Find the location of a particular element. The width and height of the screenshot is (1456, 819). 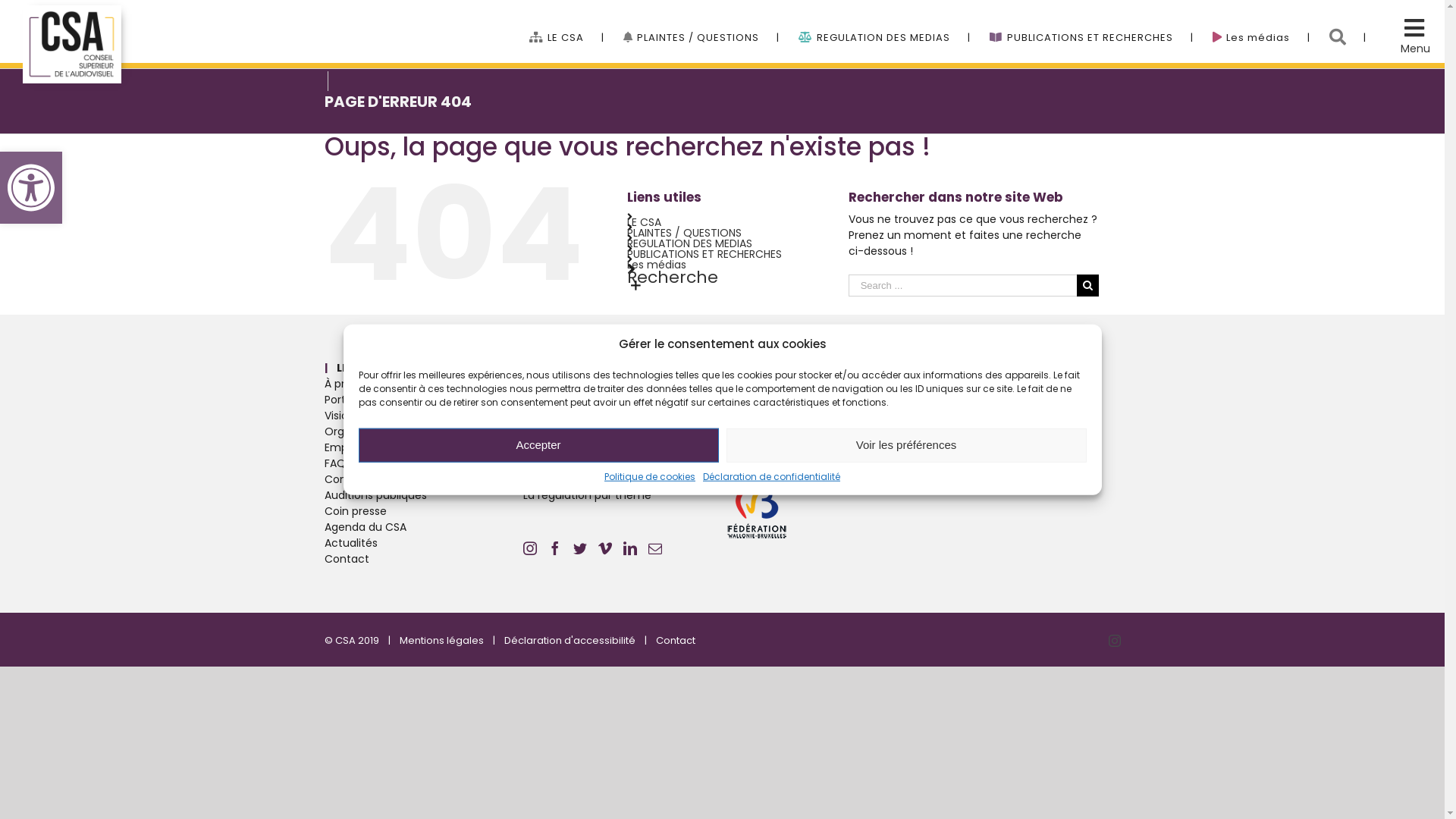

'Porter plainte' is located at coordinates (424, 399).